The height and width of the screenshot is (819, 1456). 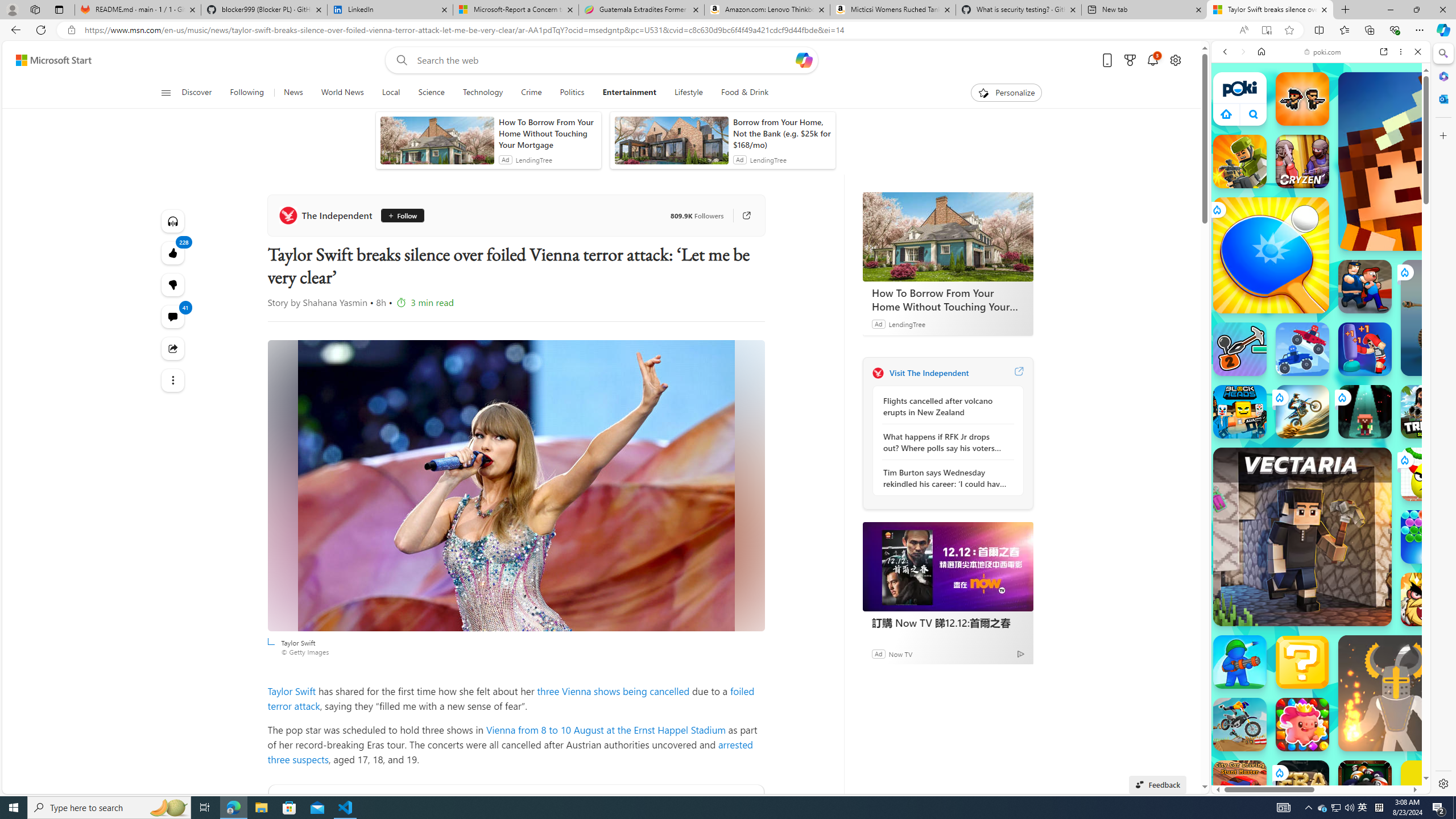 I want to click on 'Escape From School Escape From School', so click(x=1365, y=286).